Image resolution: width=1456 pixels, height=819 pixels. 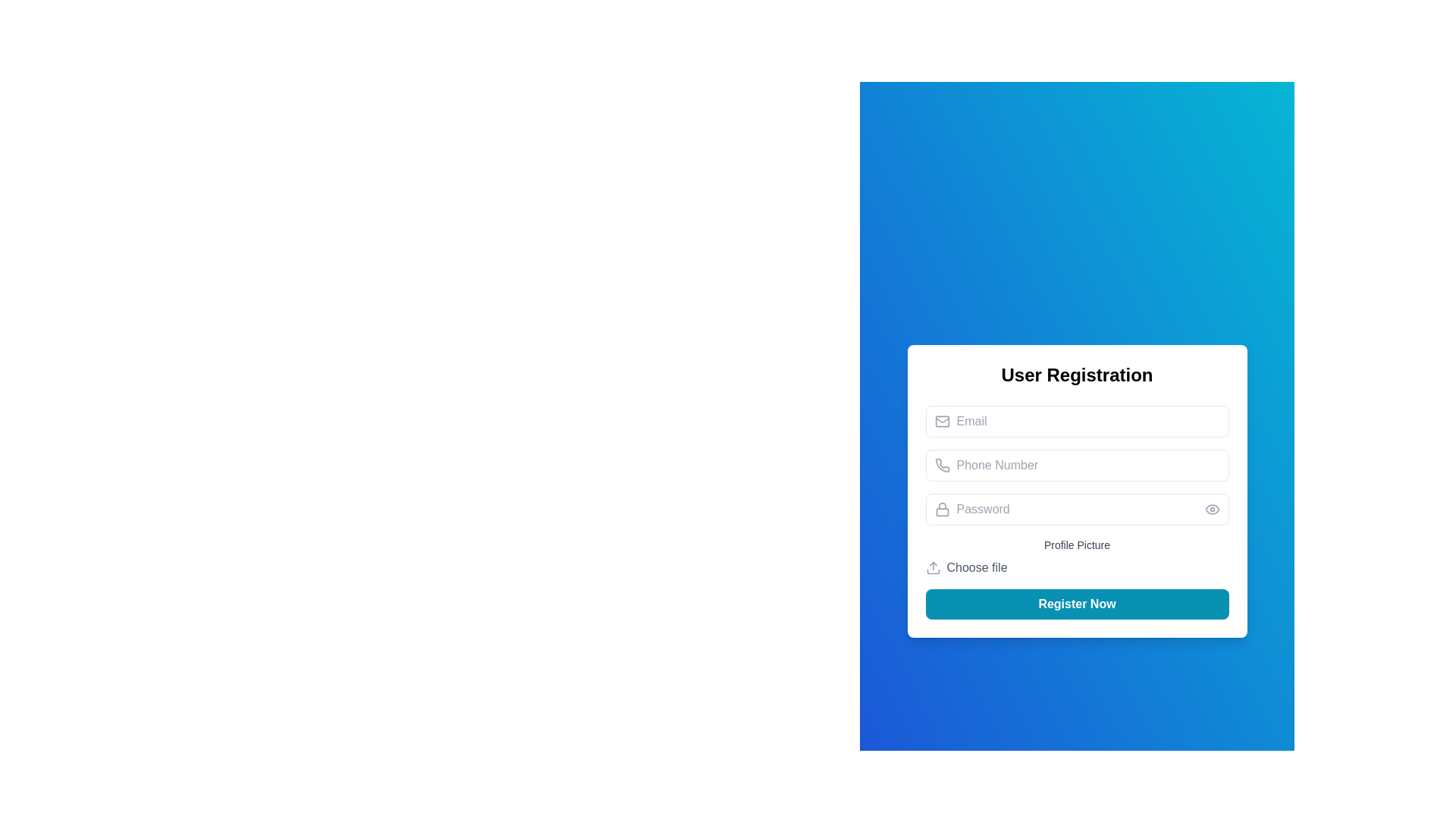 What do you see at coordinates (941, 464) in the screenshot?
I see `the decorative icon that denotes the phone number input field in the user registration form, located to the left of the input box` at bounding box center [941, 464].